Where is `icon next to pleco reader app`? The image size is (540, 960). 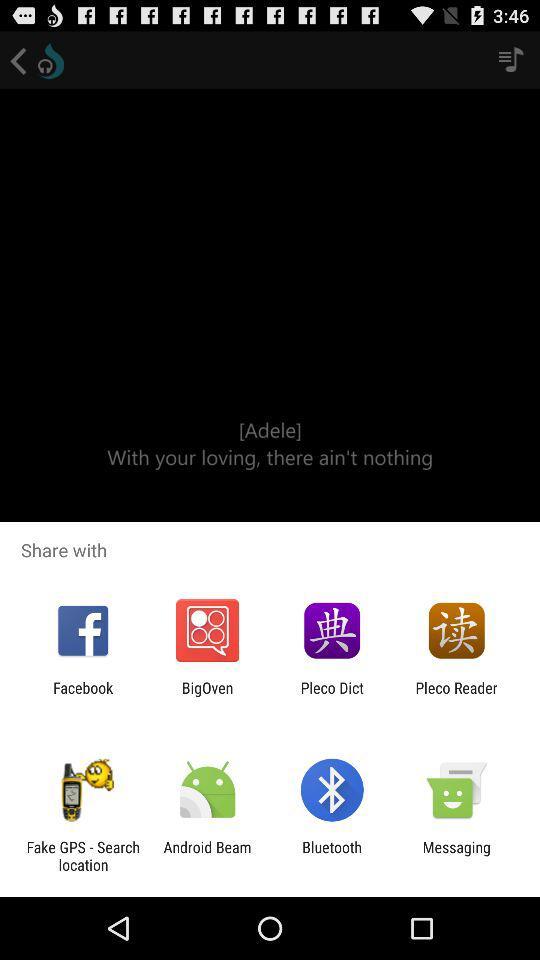
icon next to pleco reader app is located at coordinates (332, 696).